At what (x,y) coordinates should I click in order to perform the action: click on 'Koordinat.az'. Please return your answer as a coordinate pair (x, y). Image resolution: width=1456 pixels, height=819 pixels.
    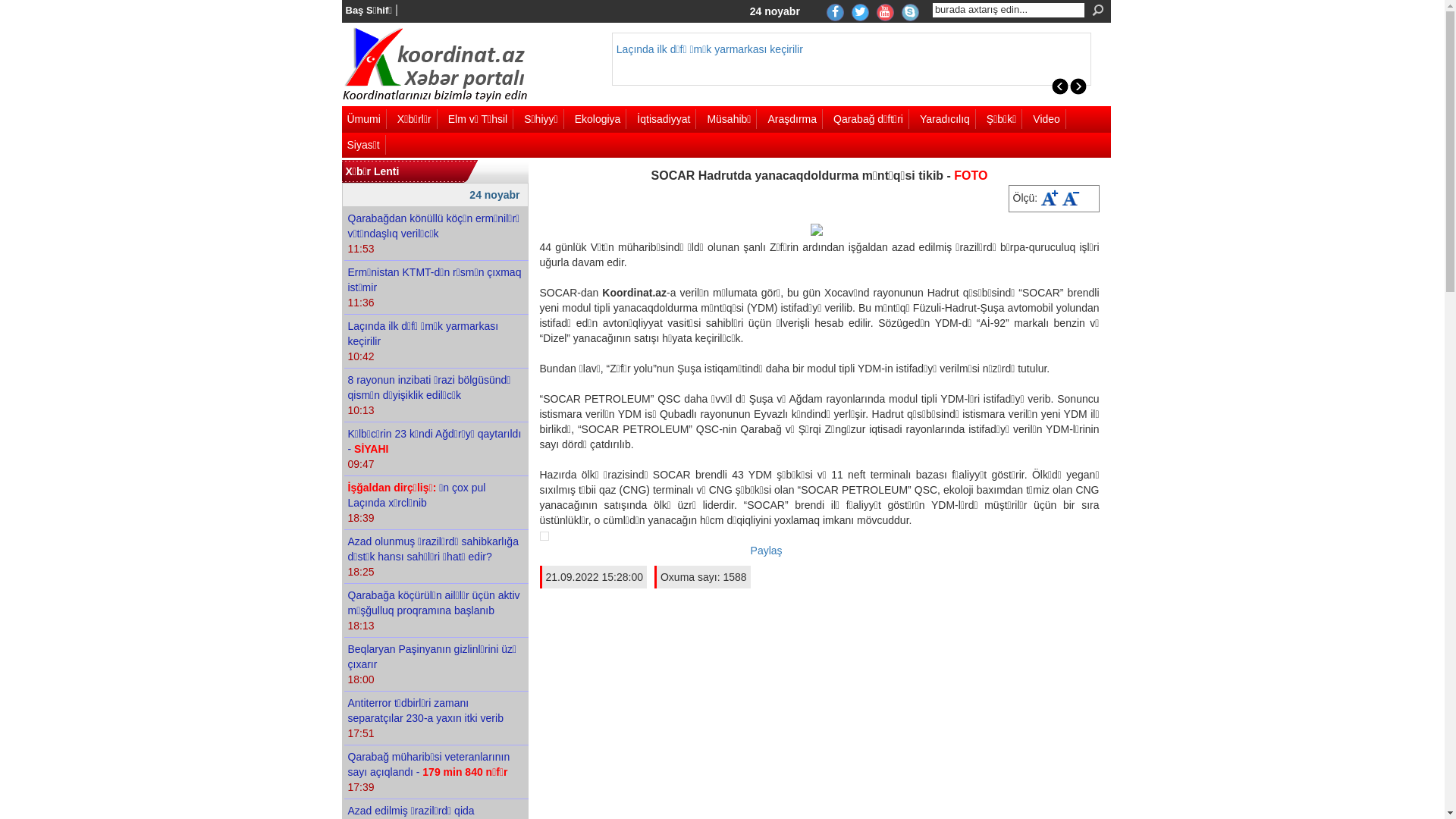
    Looking at the image, I should click on (340, 64).